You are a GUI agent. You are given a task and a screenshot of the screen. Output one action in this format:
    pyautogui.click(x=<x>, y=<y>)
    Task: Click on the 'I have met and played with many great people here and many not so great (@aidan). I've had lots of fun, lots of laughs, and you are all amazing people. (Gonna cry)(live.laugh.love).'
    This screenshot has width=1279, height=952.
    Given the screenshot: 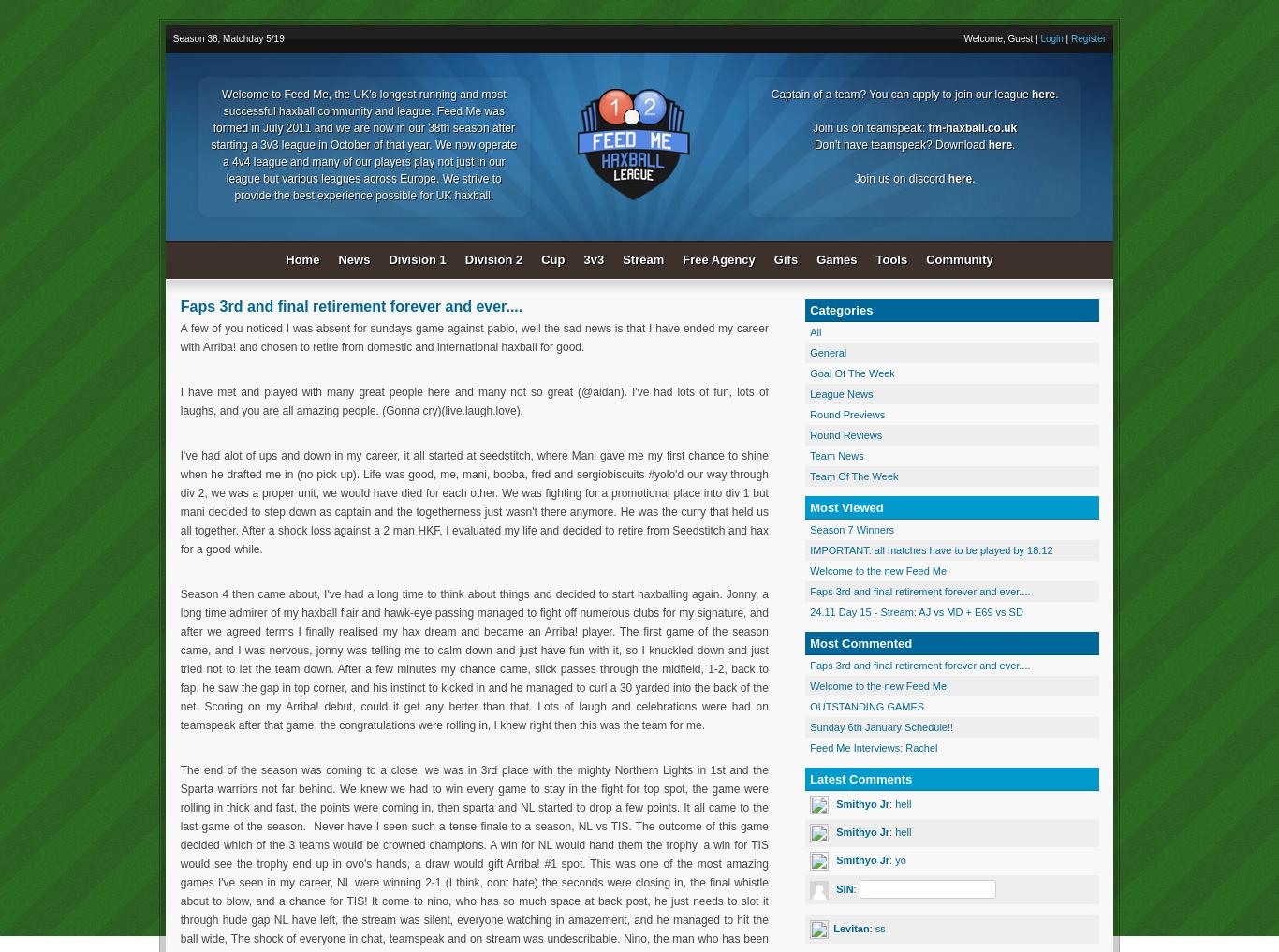 What is the action you would take?
    pyautogui.click(x=473, y=401)
    